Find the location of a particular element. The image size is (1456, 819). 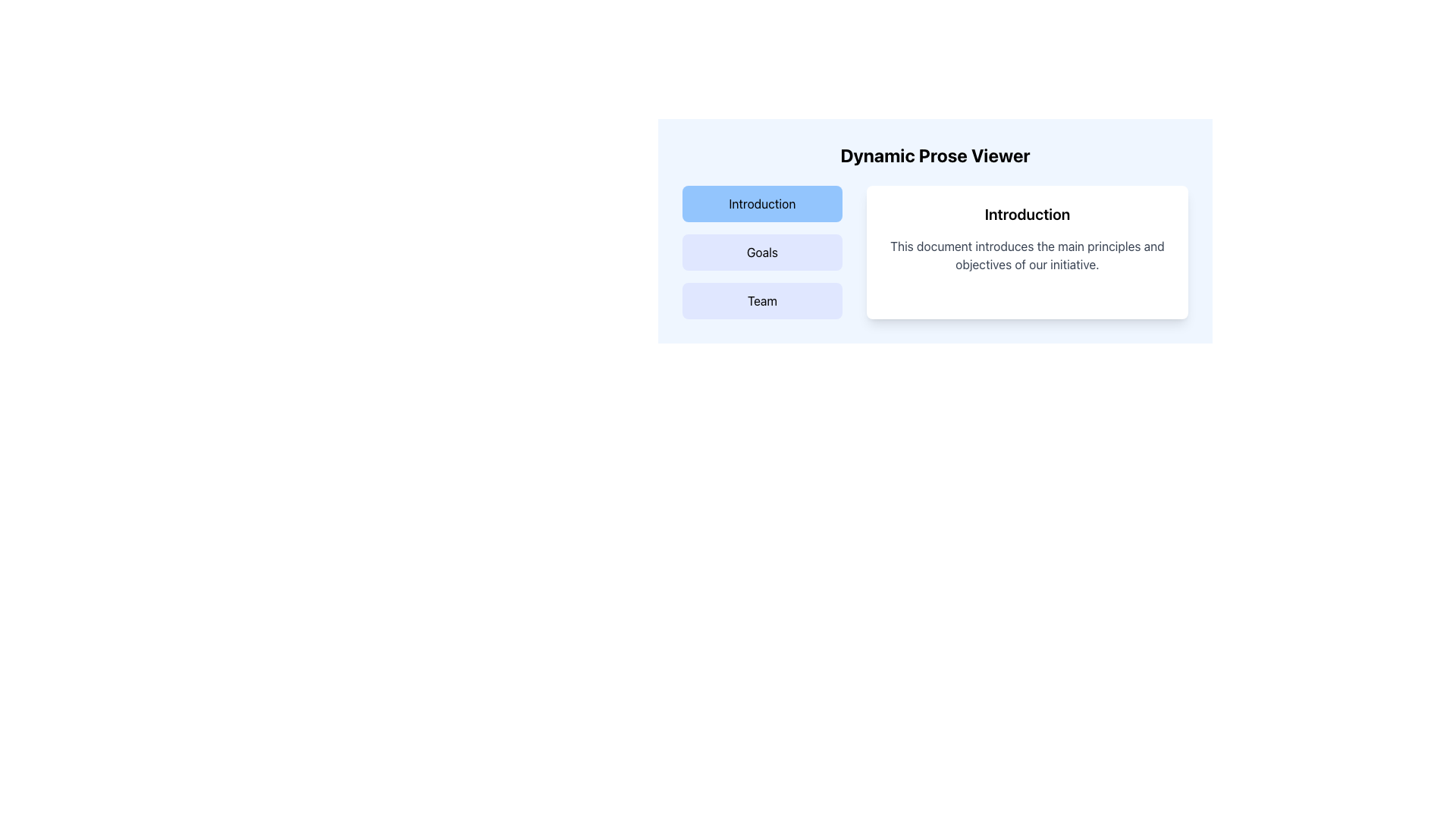

the 'Team' button with a light indigo background and the text 'Team' in black is located at coordinates (762, 301).